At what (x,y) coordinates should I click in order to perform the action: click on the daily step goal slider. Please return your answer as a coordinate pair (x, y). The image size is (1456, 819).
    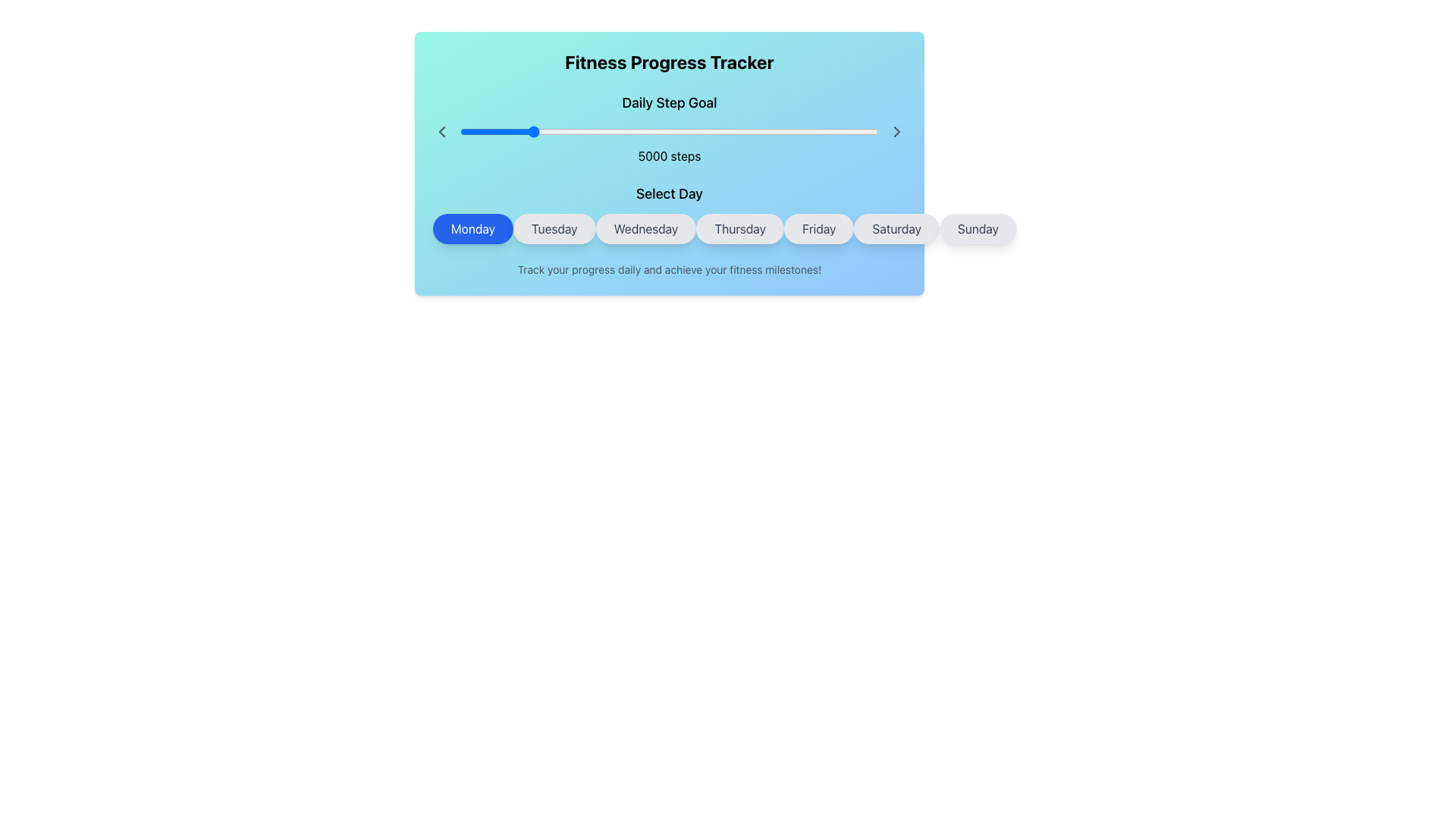
    Looking at the image, I should click on (499, 130).